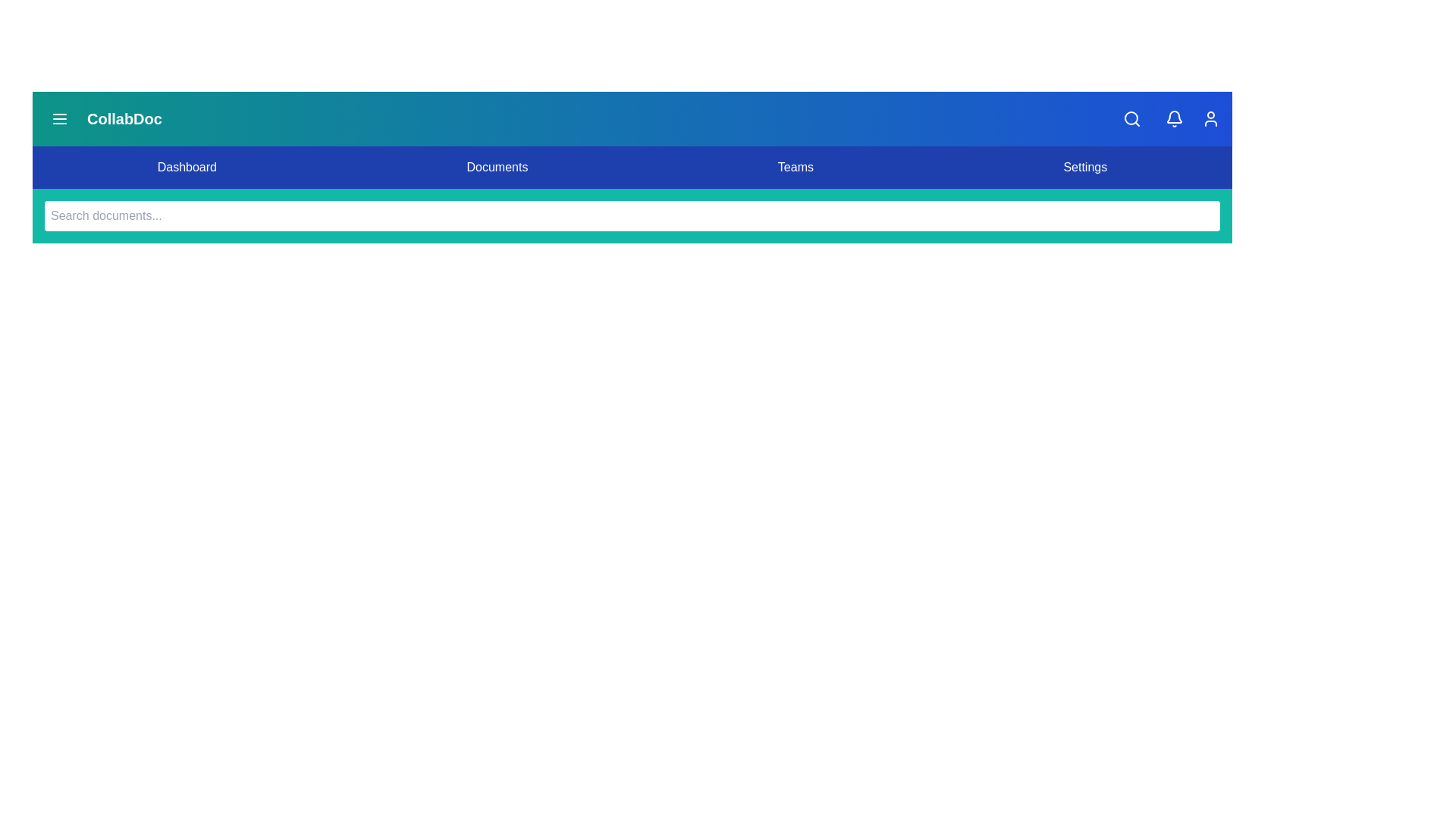 This screenshot has width=1456, height=819. Describe the element at coordinates (1210, 118) in the screenshot. I see `the user_profile_button to view its hover effect` at that location.